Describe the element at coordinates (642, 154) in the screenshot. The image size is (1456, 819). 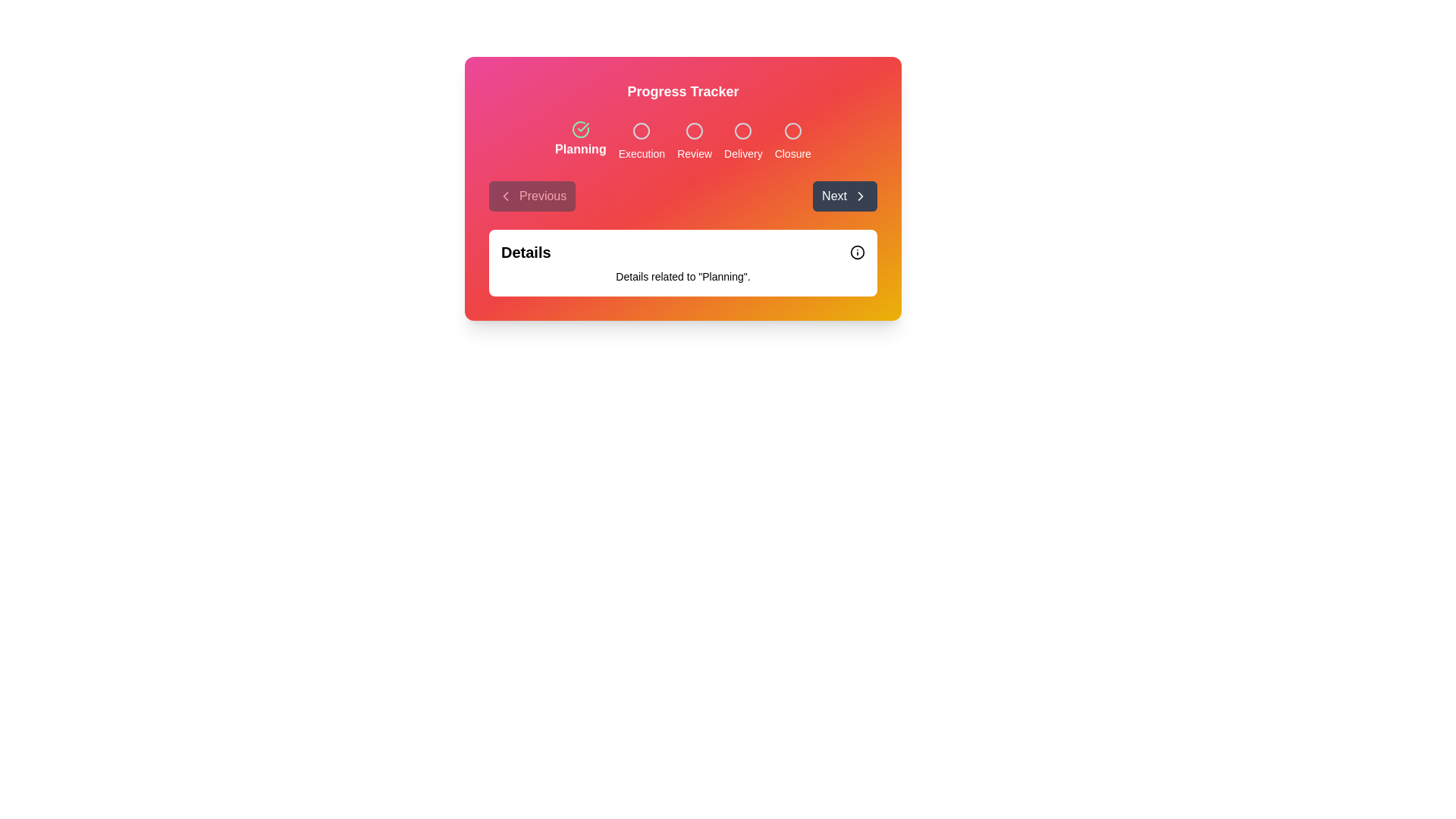
I see `text from the Text Label that displays 'Execution', which is the second item in the milestone indicators series` at that location.